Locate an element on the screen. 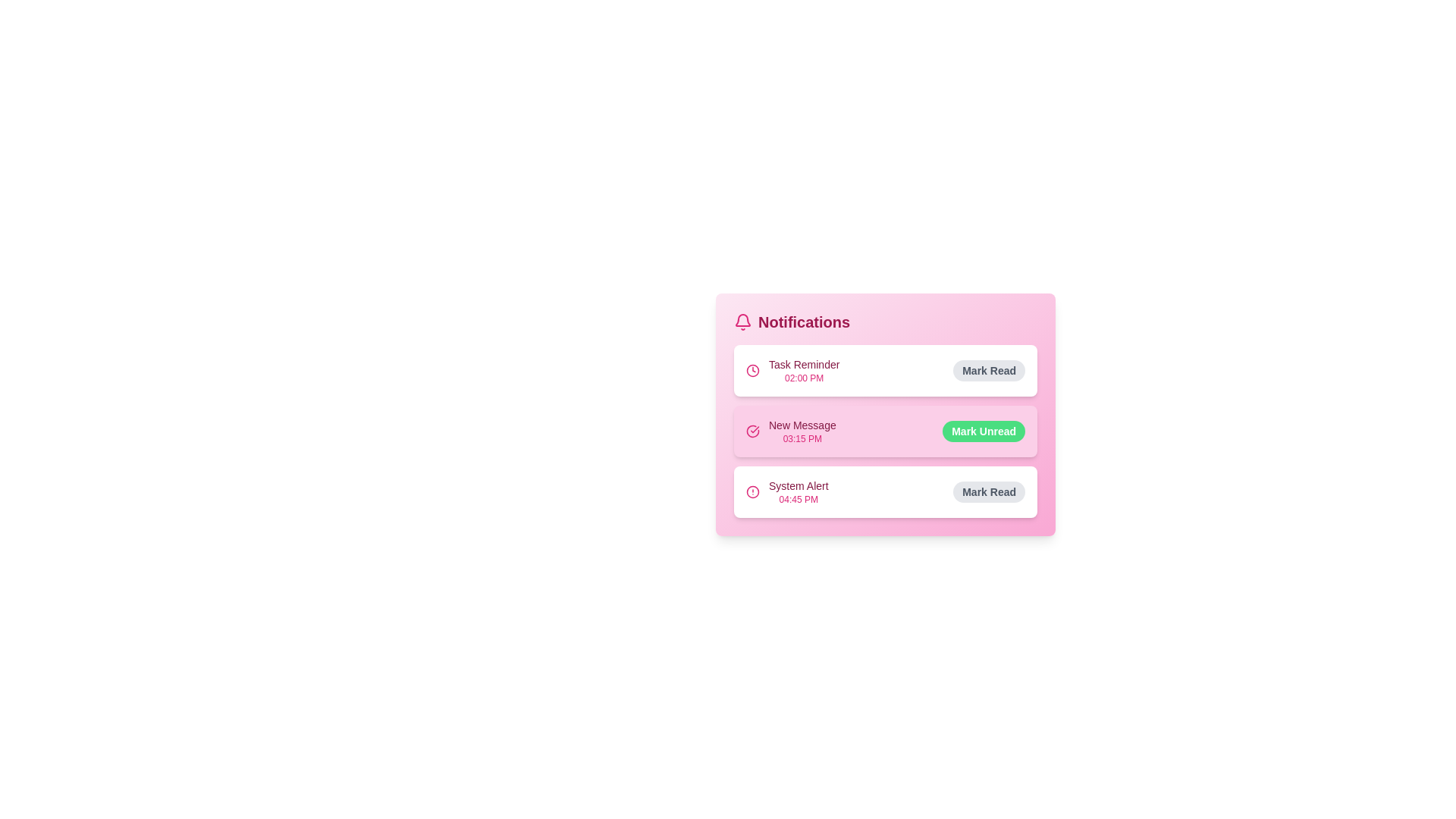  the icon representing the notification type New Message is located at coordinates (753, 431).